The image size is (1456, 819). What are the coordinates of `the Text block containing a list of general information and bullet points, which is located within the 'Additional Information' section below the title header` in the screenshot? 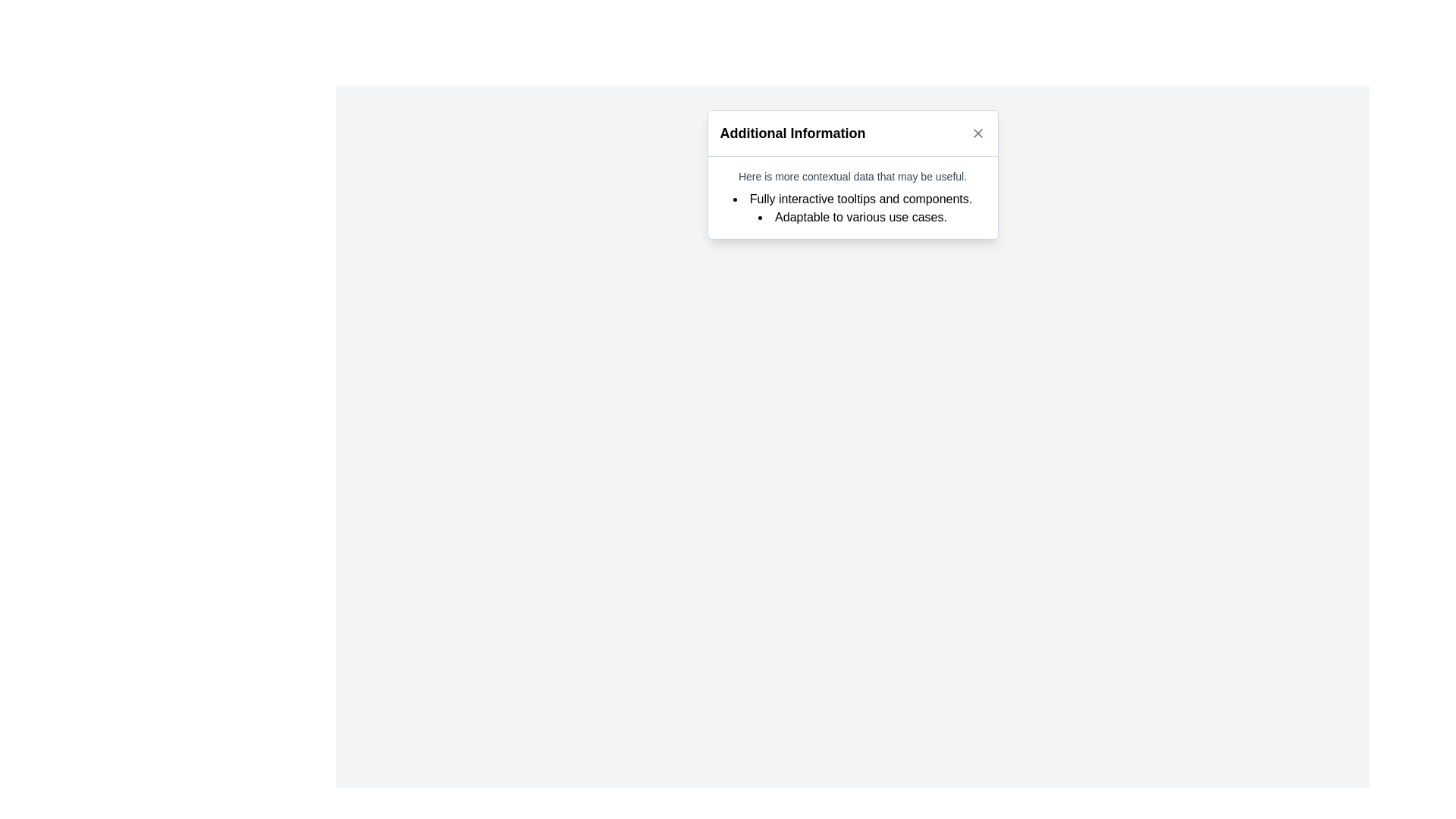 It's located at (852, 197).